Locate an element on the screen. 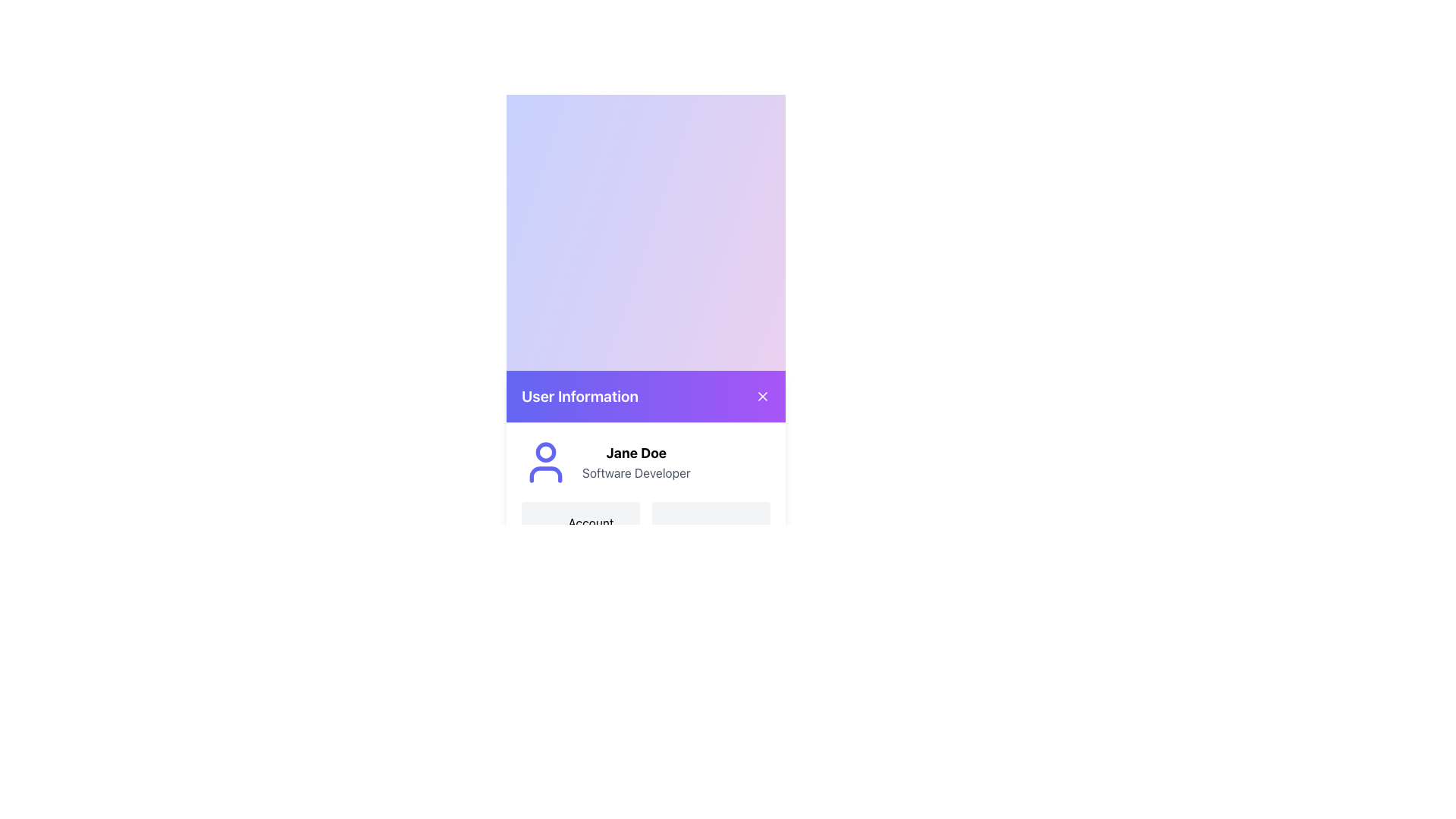 The width and height of the screenshot is (1456, 819). SVG Circle element representing the user's head in the 'User Information' section, which is visually part of the user profile icon directly above the name 'Jane Doe.' is located at coordinates (546, 451).